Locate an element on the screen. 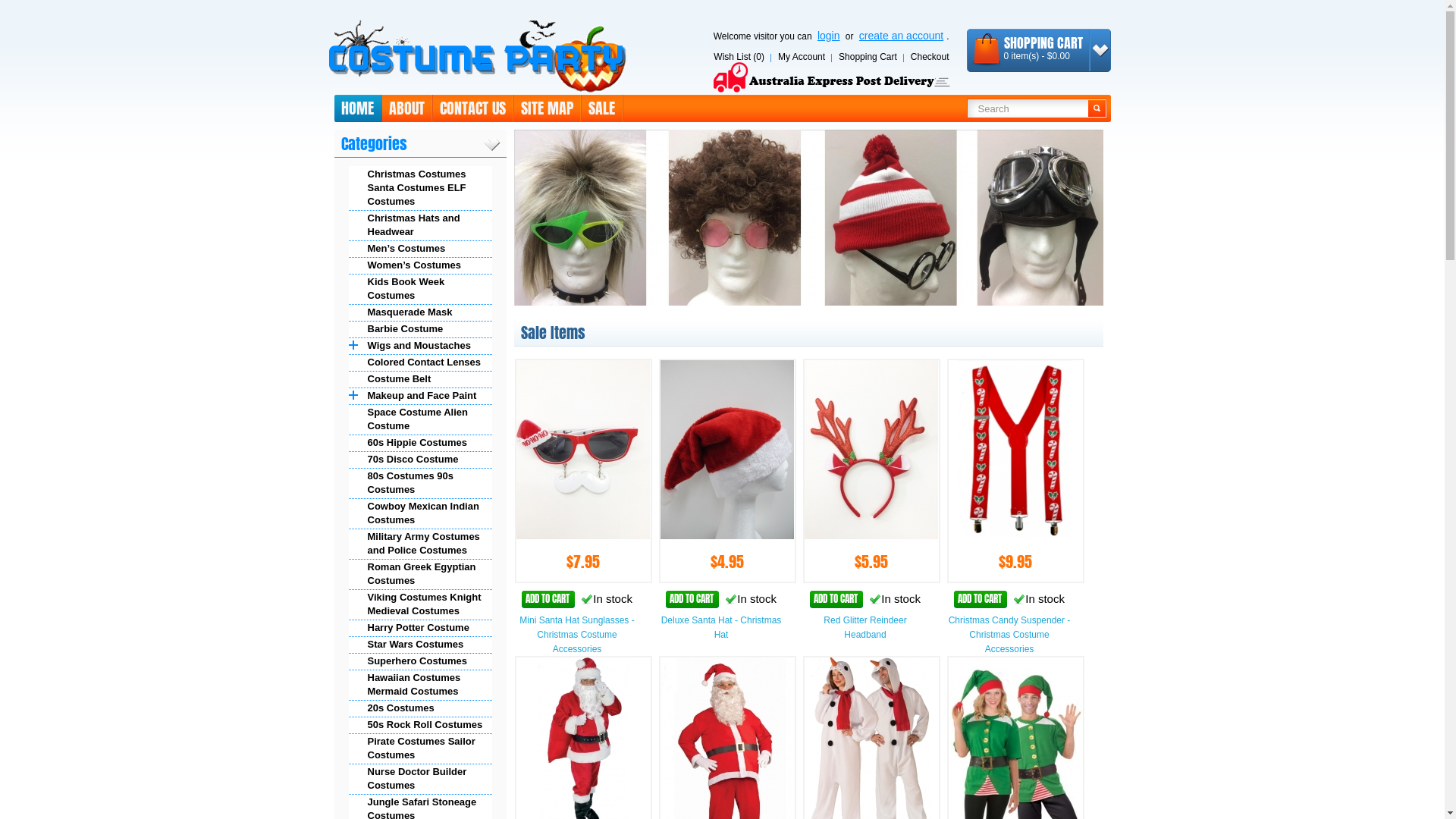  'Nurse Doctor Builder Costumes' is located at coordinates (420, 778).